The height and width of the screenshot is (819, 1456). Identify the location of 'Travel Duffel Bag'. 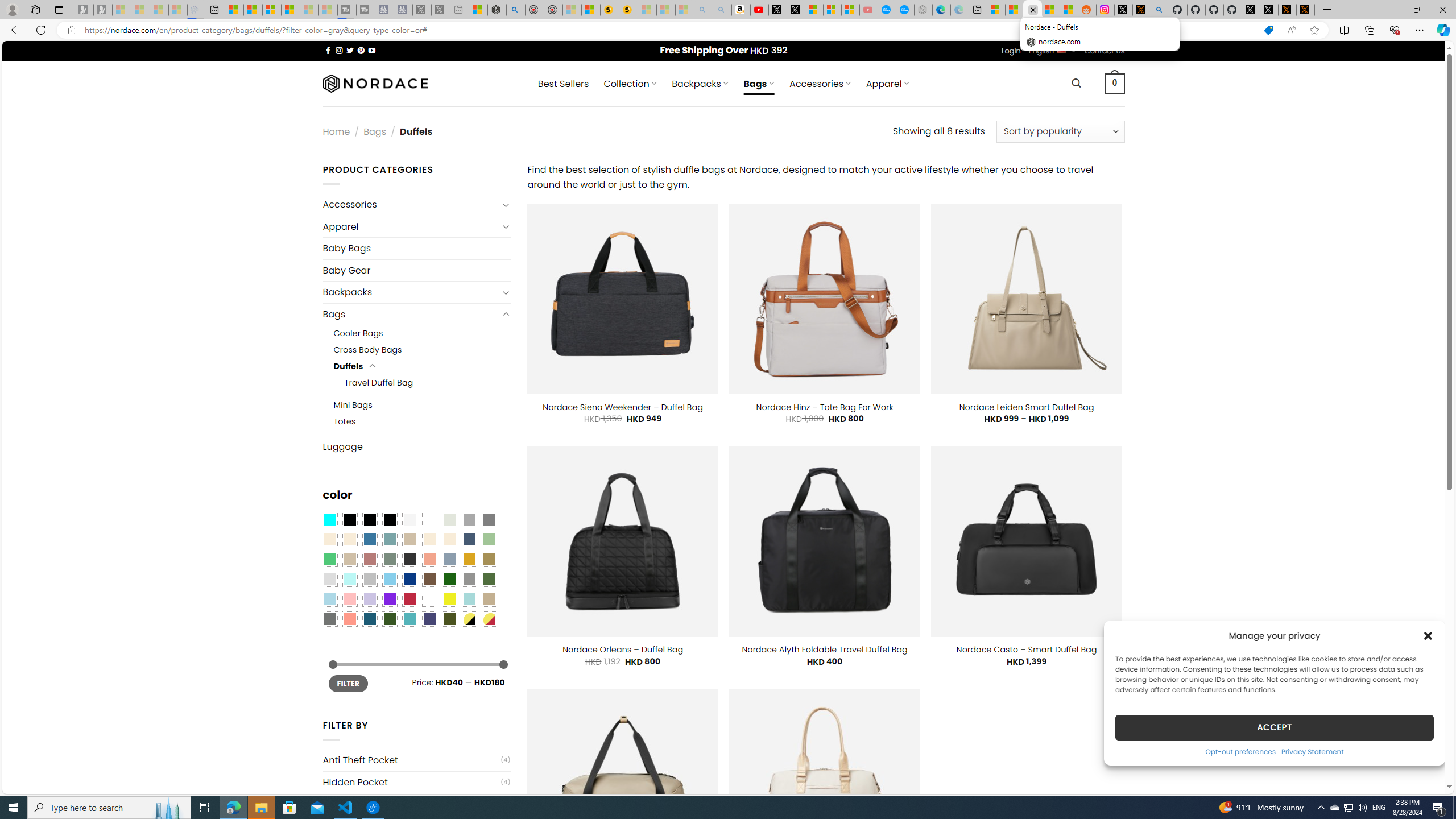
(427, 383).